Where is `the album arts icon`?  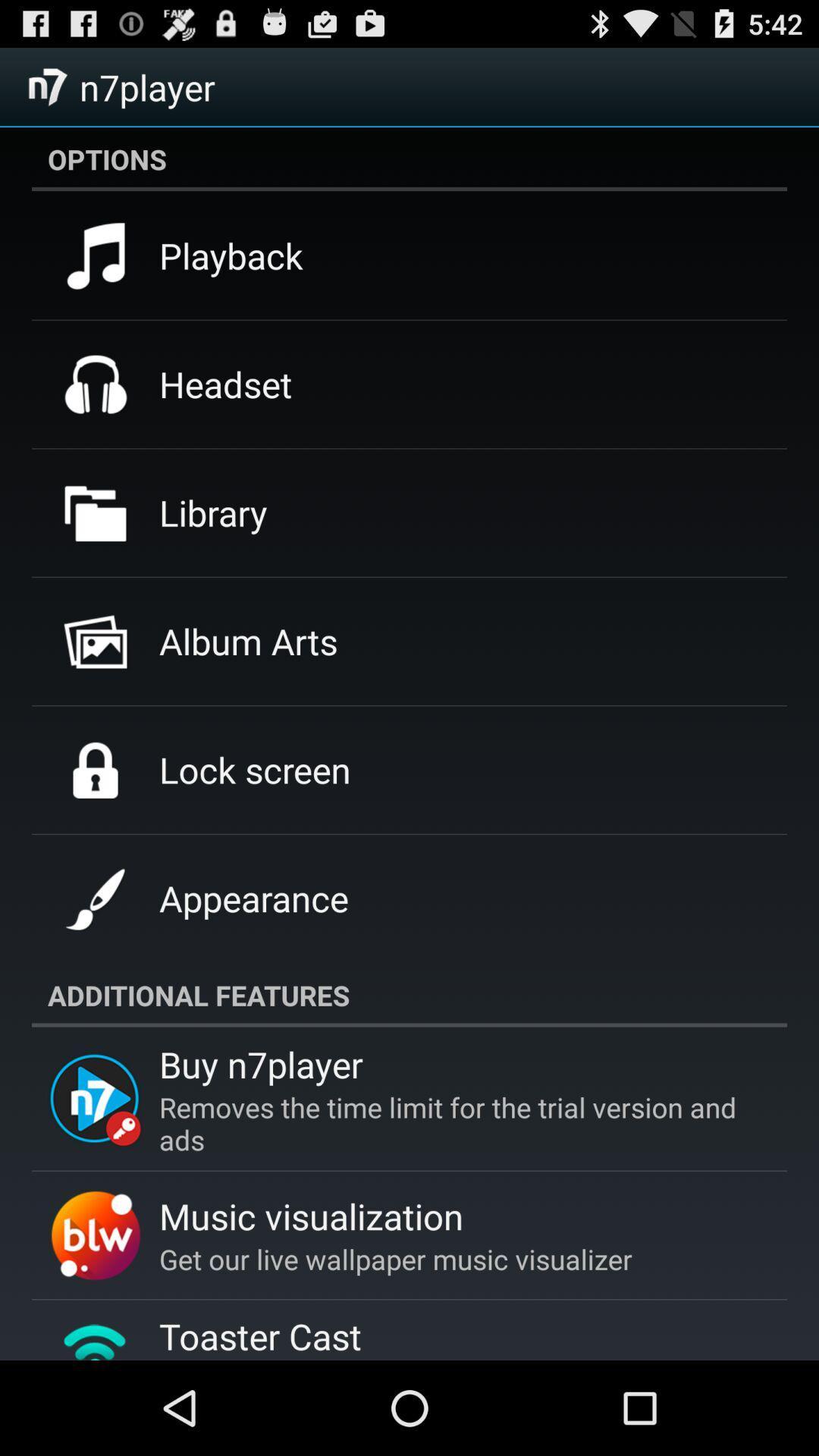
the album arts icon is located at coordinates (247, 641).